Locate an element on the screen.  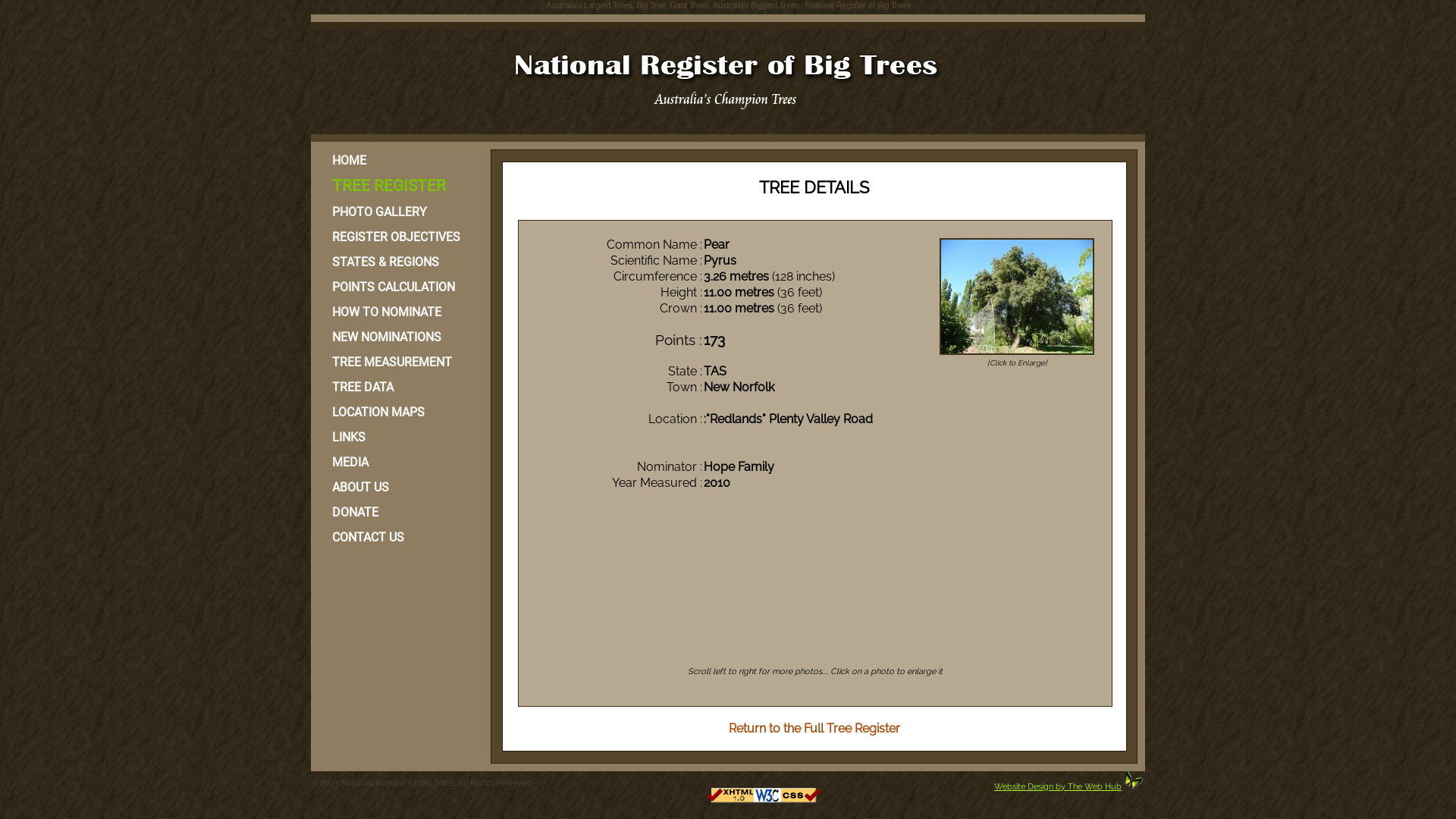
'ABOUT US' is located at coordinates (399, 487).